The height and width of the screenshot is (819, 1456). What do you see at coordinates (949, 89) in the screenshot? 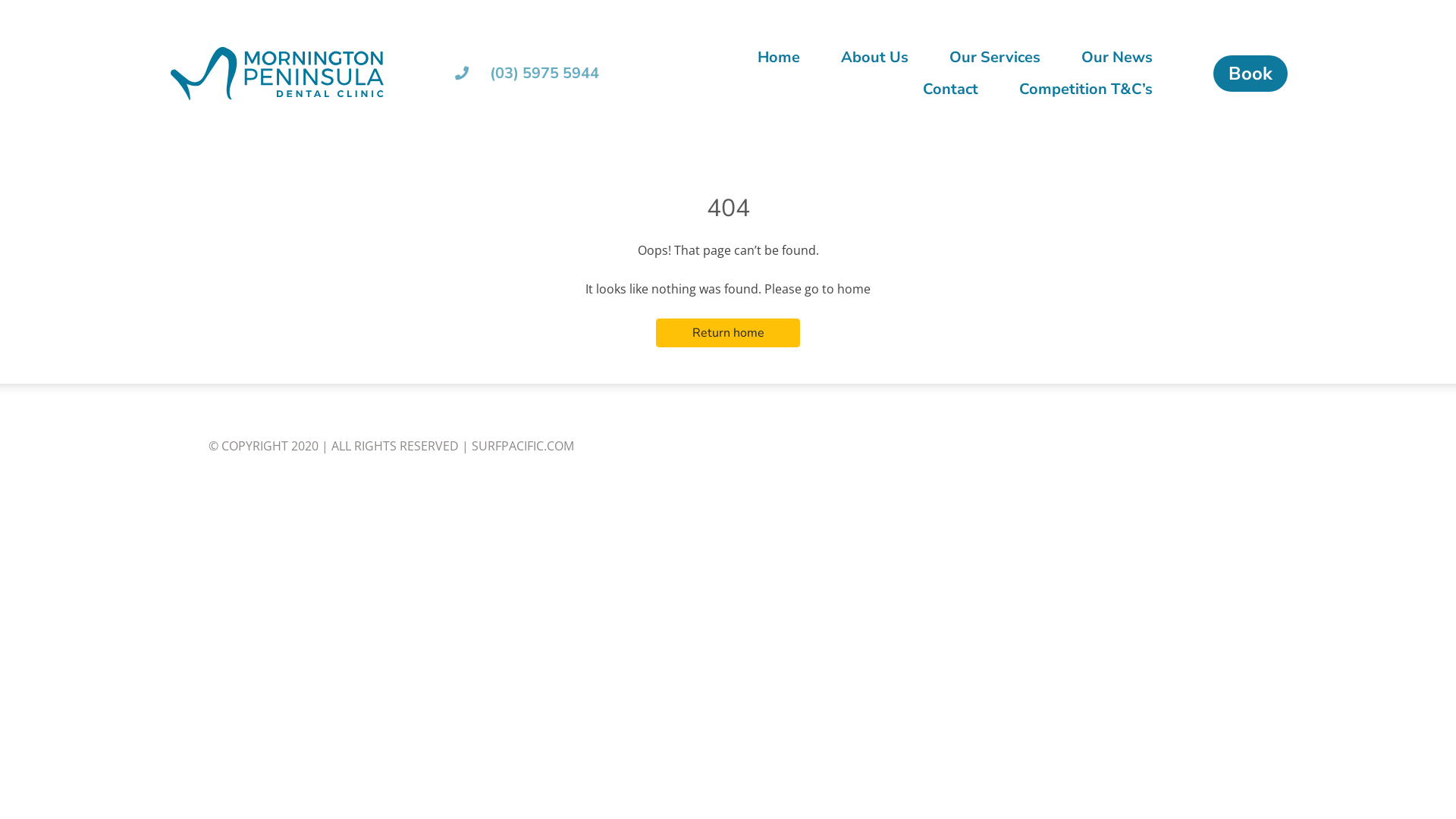
I see `'Contact'` at bounding box center [949, 89].